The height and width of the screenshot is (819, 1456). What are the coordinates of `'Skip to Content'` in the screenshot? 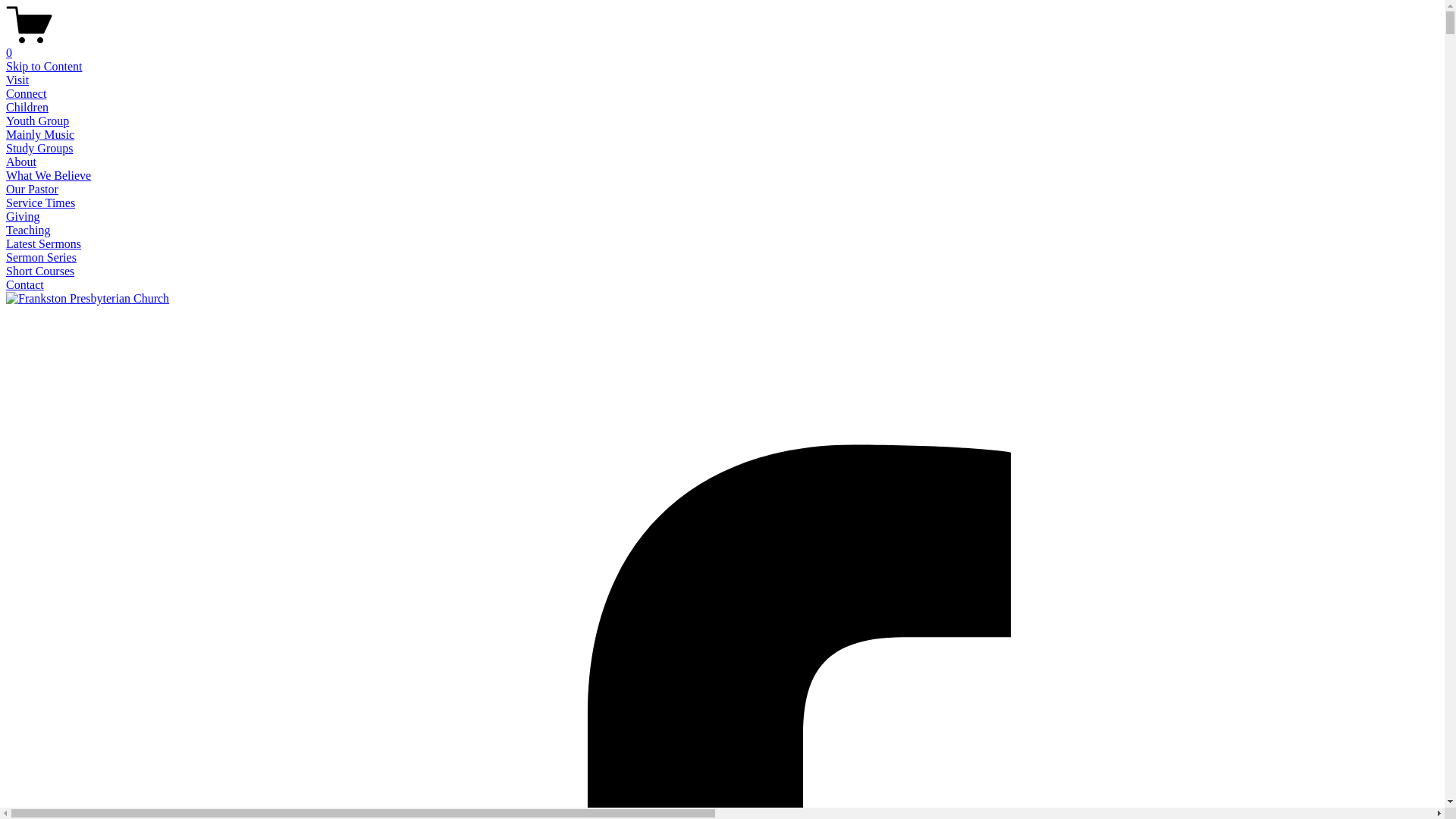 It's located at (43, 65).